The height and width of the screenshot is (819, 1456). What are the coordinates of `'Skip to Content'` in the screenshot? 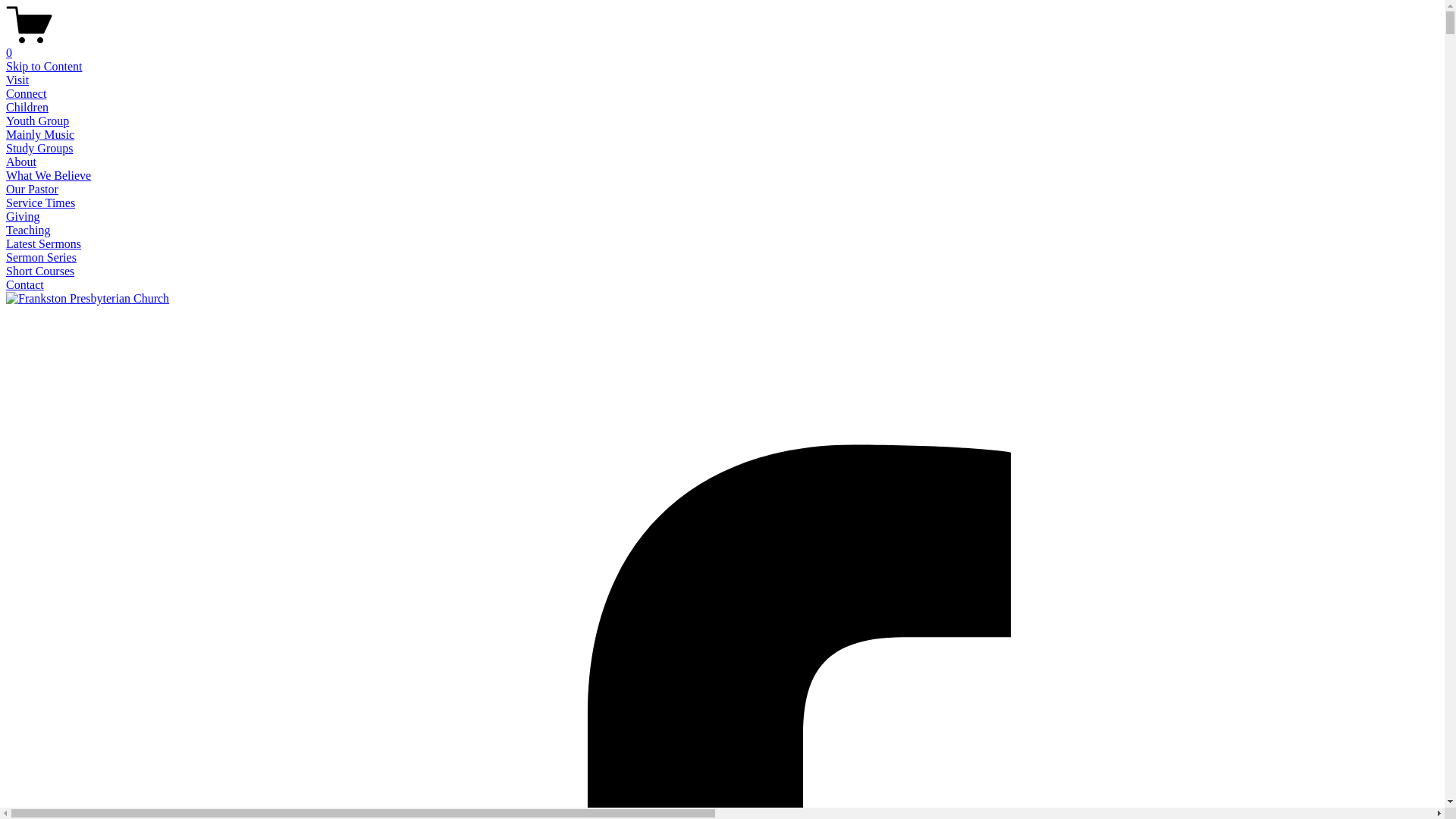 It's located at (43, 65).